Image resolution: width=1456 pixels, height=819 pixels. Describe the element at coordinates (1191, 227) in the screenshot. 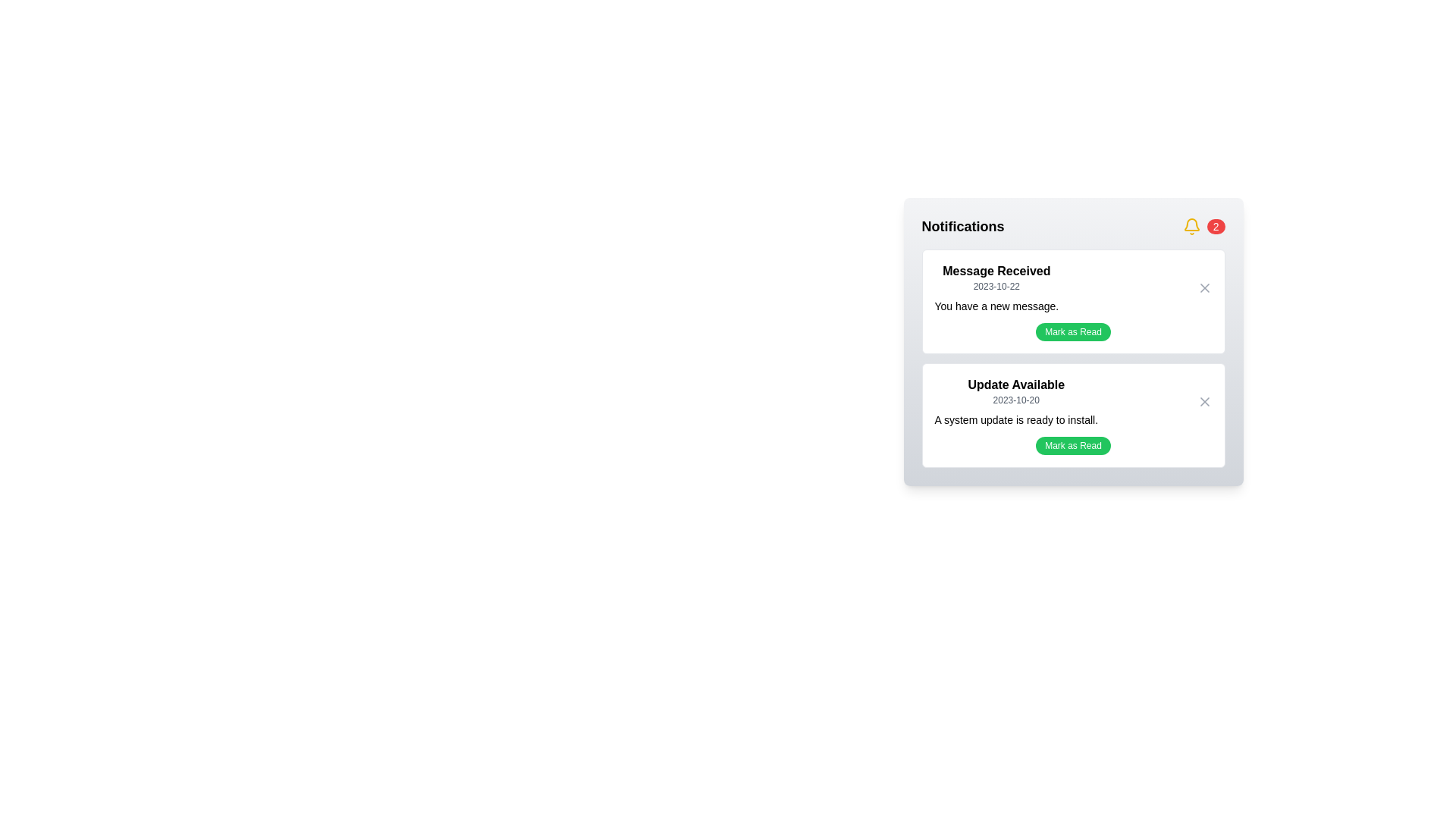

I see `the yellow bell icon` at that location.